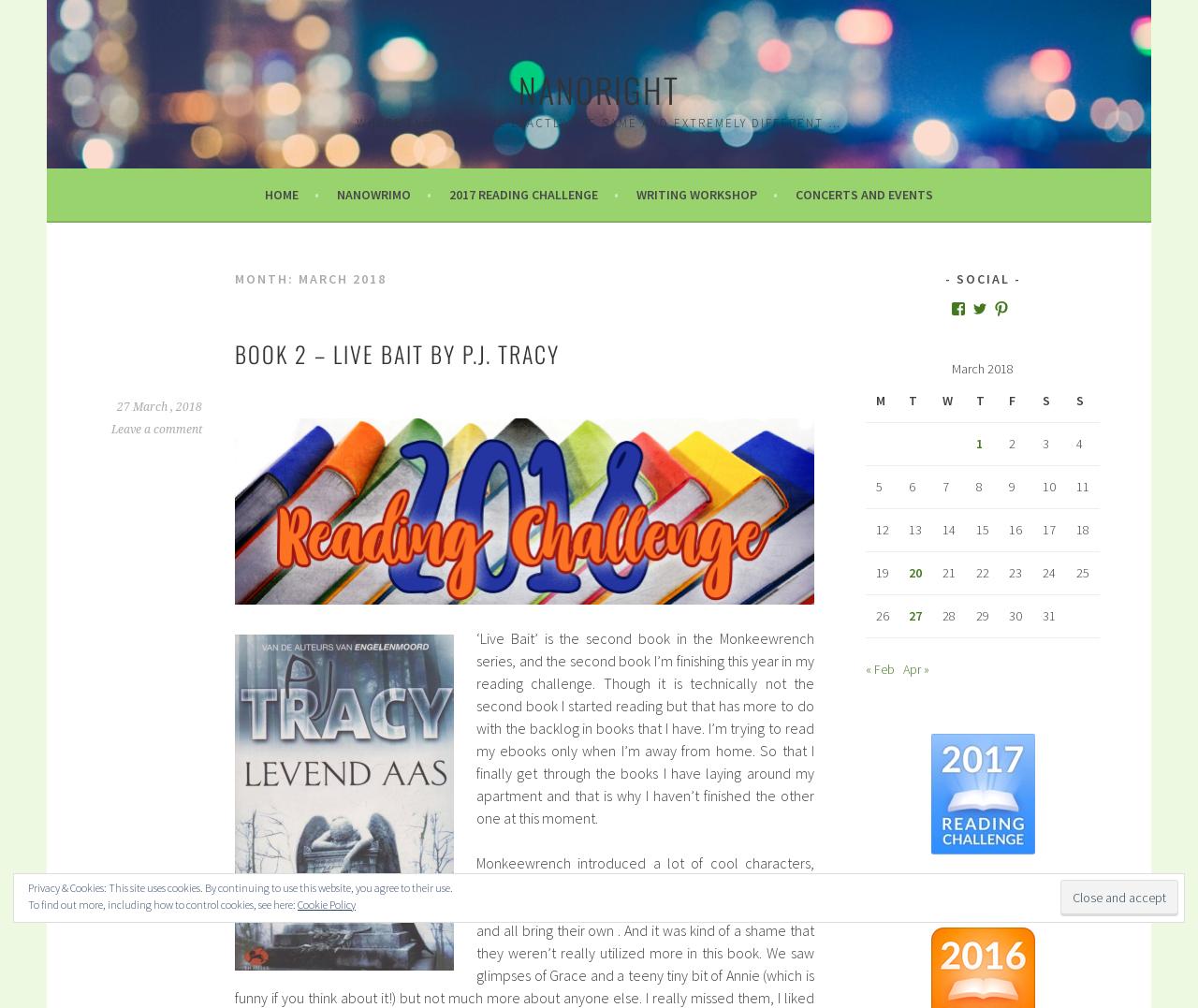  What do you see at coordinates (159, 405) in the screenshot?
I see `'27 March , 2018'` at bounding box center [159, 405].